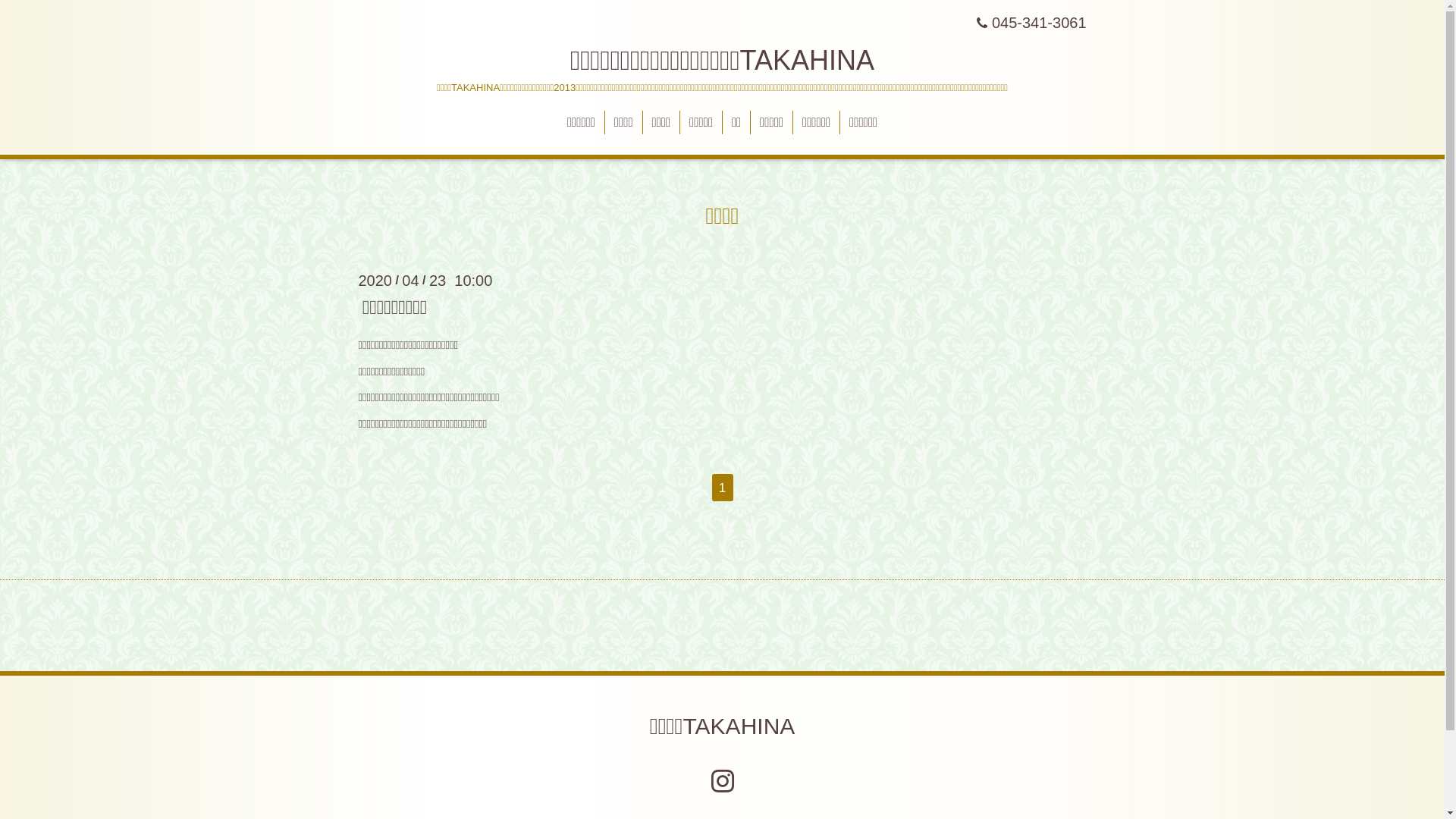  Describe the element at coordinates (710, 488) in the screenshot. I see `'1'` at that location.